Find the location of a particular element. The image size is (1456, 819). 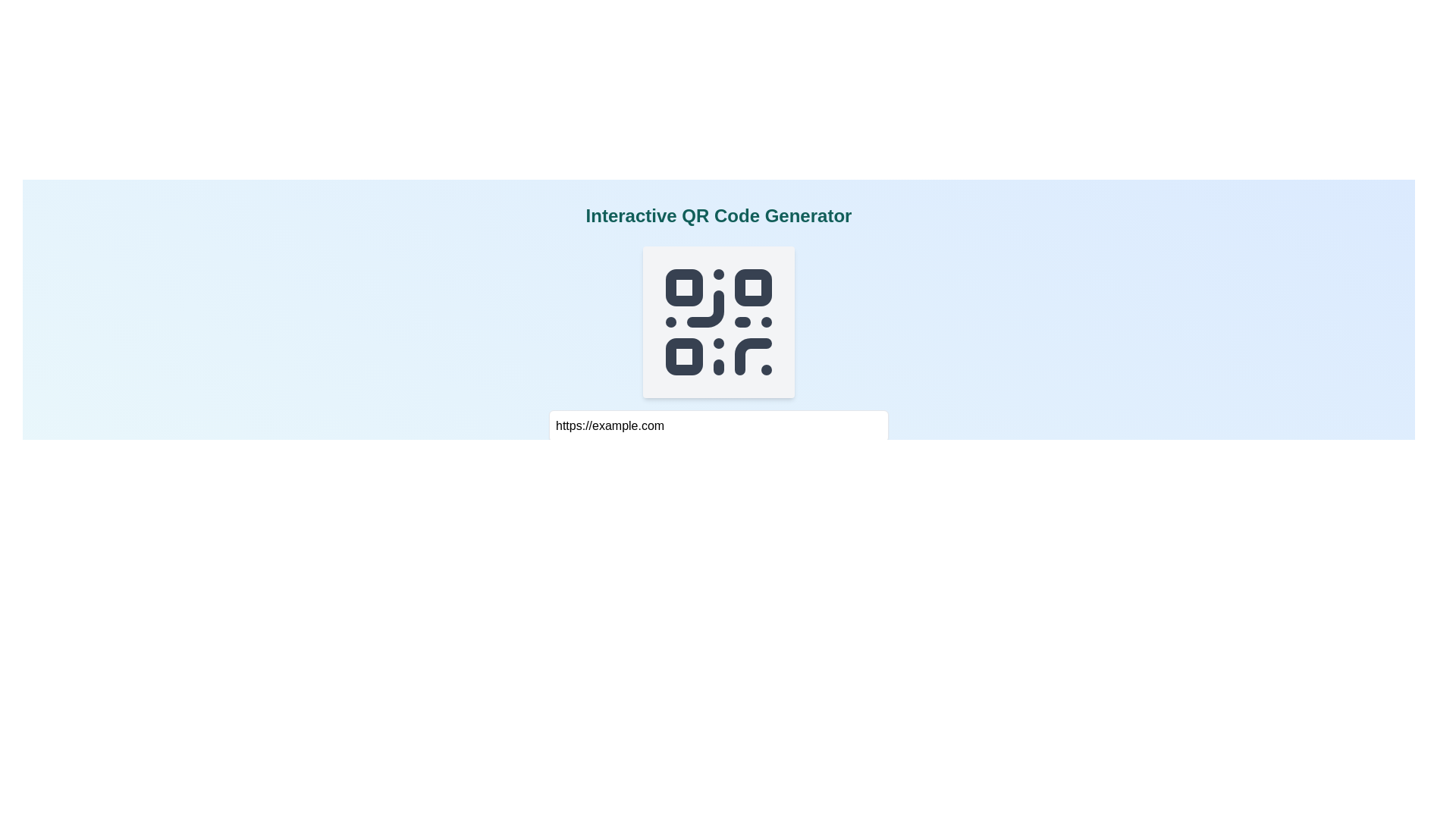

the slider value is located at coordinates (821, 459).